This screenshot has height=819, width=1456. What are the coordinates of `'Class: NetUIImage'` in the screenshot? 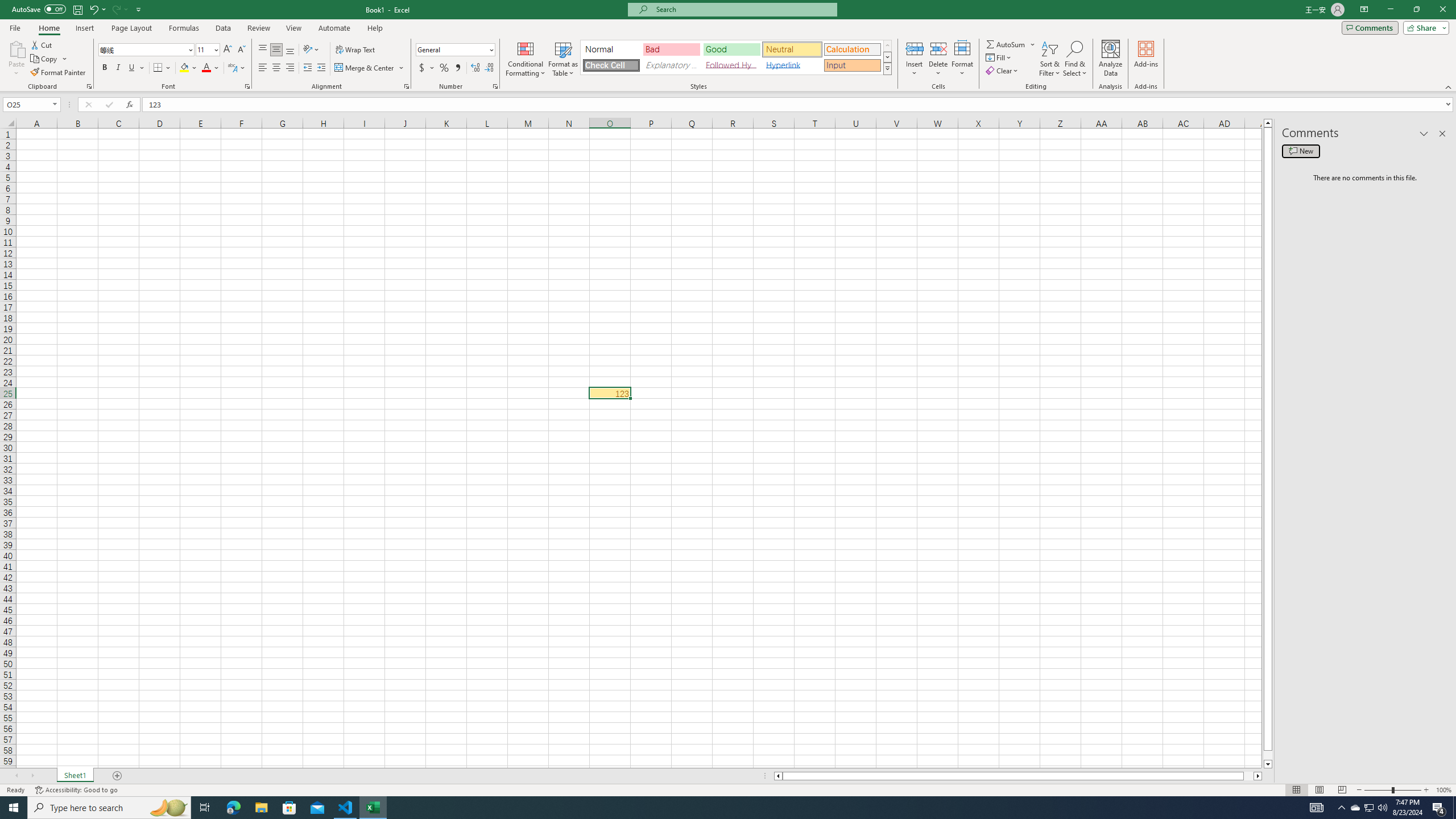 It's located at (887, 68).